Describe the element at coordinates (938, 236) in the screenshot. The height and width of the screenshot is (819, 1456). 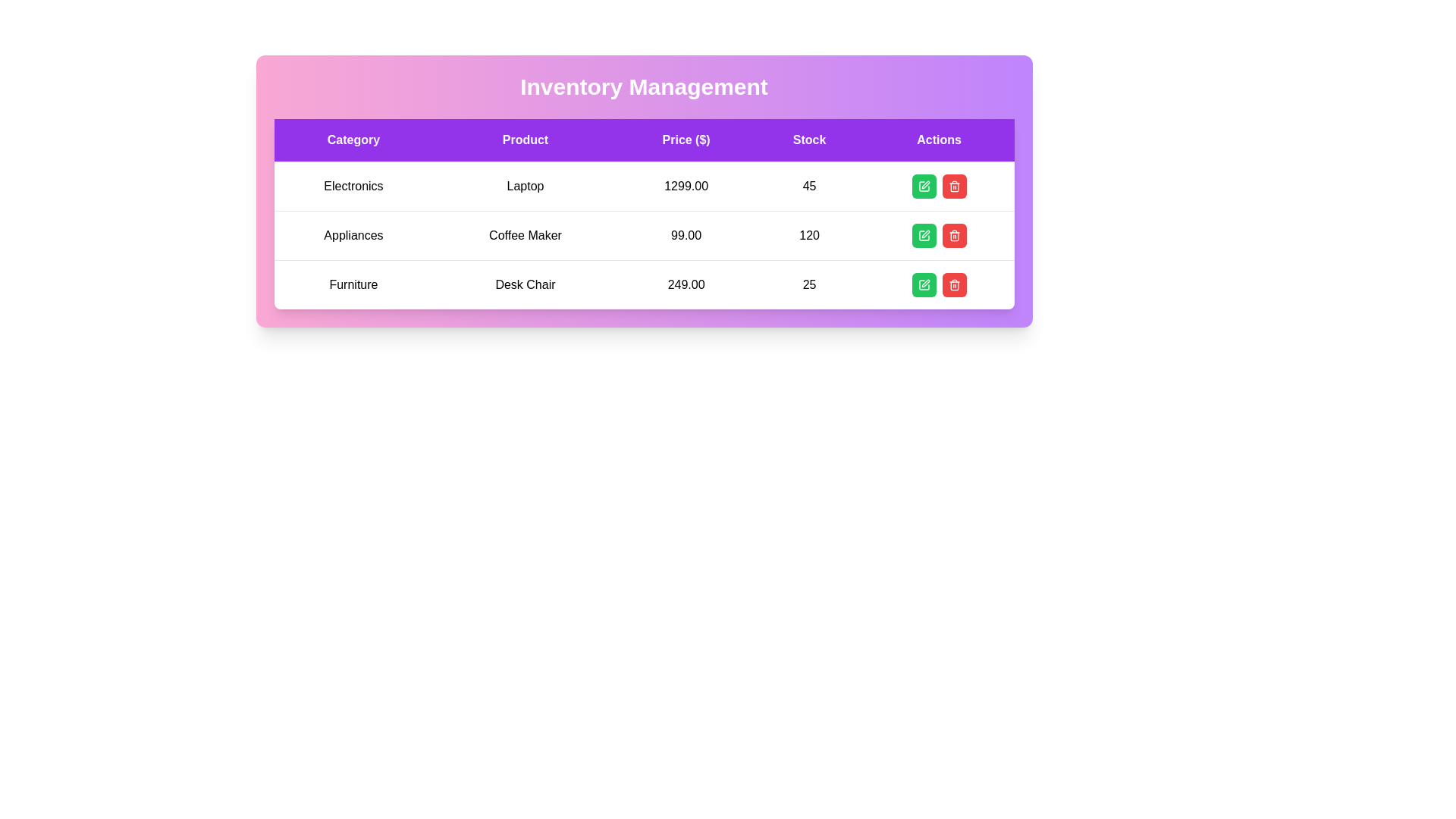
I see `either the green pencil button or the red trash bin button in the Button Group associated with the 'Coffee Maker' product in the Actions column of the table` at that location.